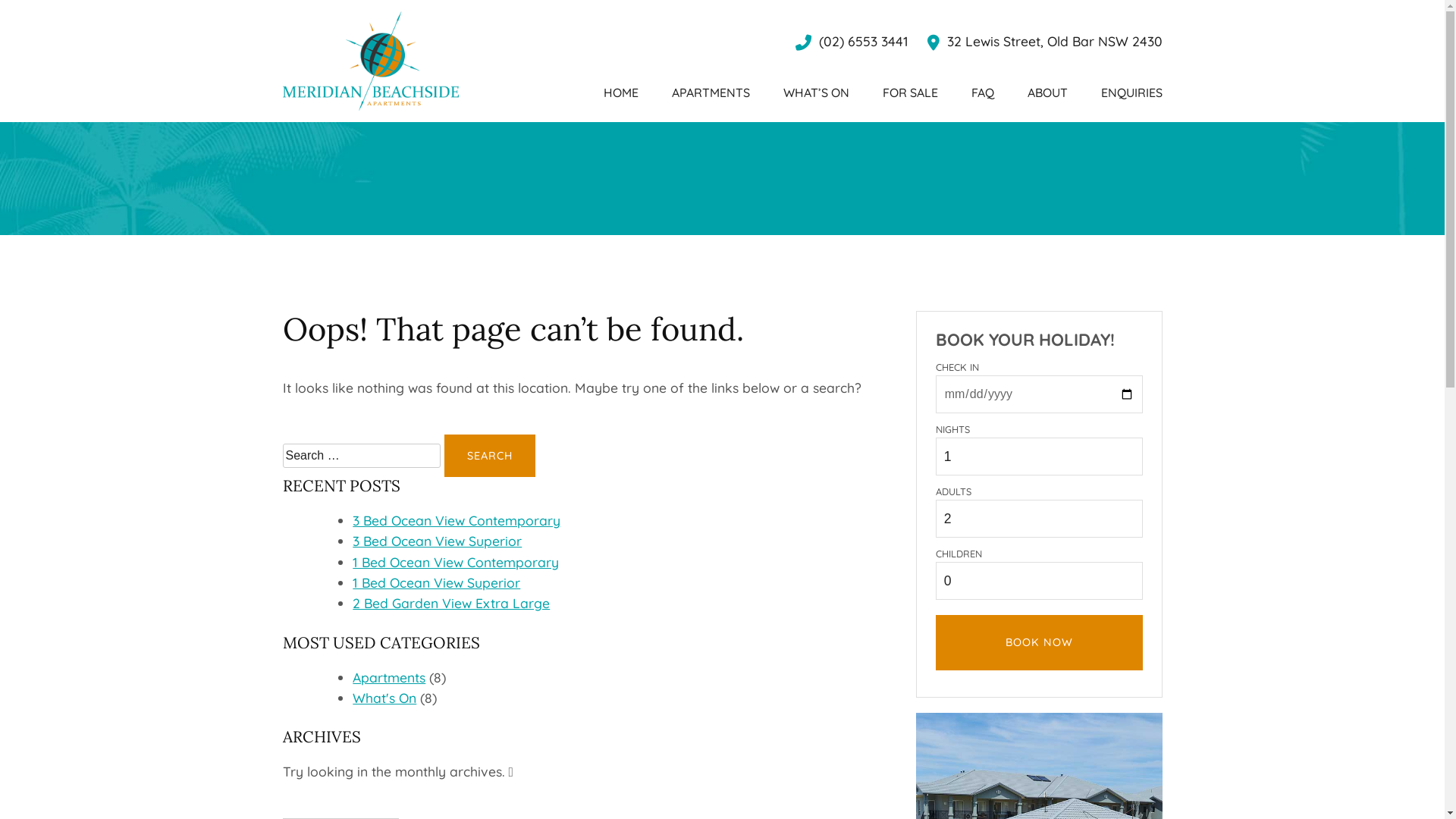 The height and width of the screenshot is (819, 1456). What do you see at coordinates (971, 93) in the screenshot?
I see `'FAQ'` at bounding box center [971, 93].